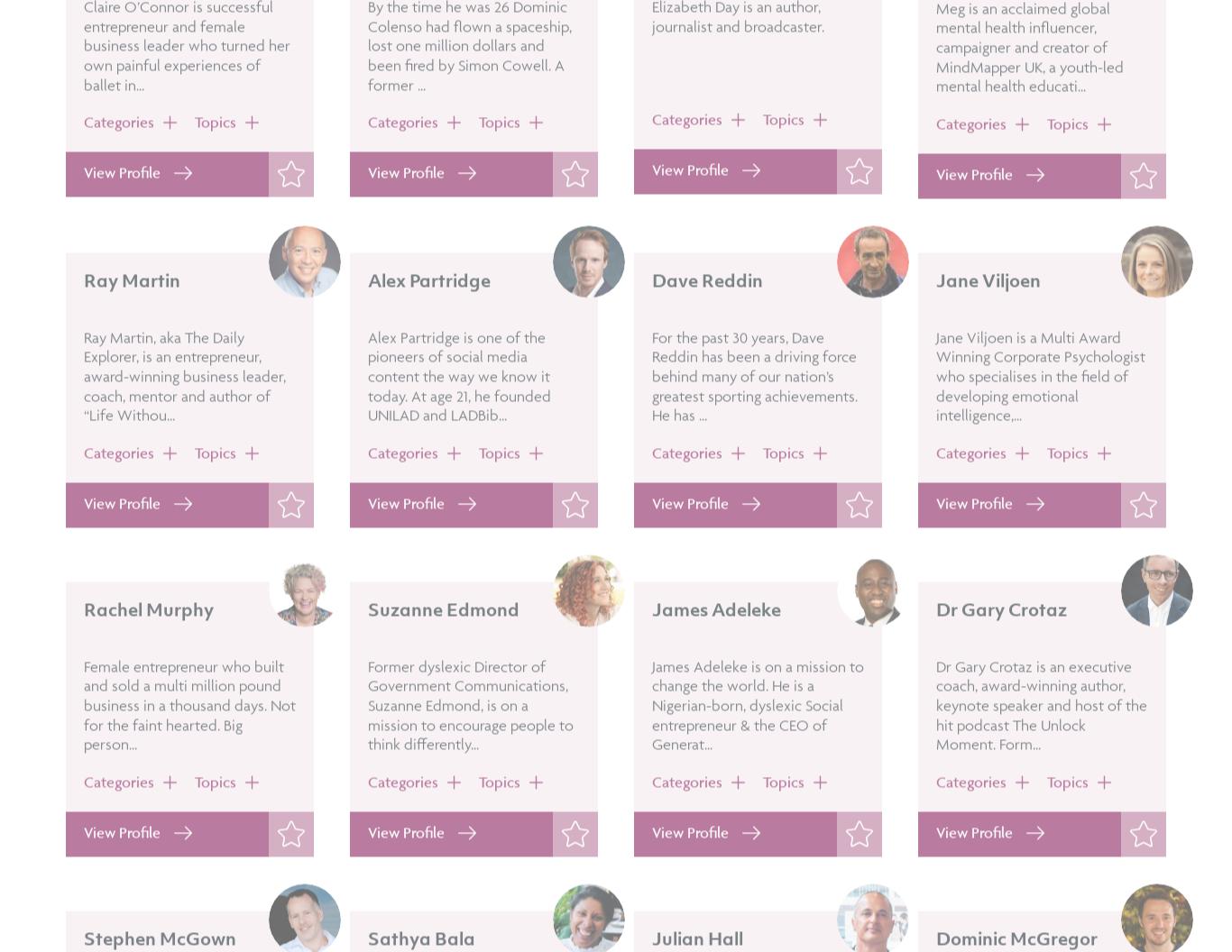 The image size is (1232, 952). Describe the element at coordinates (753, 426) in the screenshot. I see `'For the past 30 years, Dave Reddin has been a driving force behind many of our nation’s greatest sporting achievements. He has ...'` at that location.